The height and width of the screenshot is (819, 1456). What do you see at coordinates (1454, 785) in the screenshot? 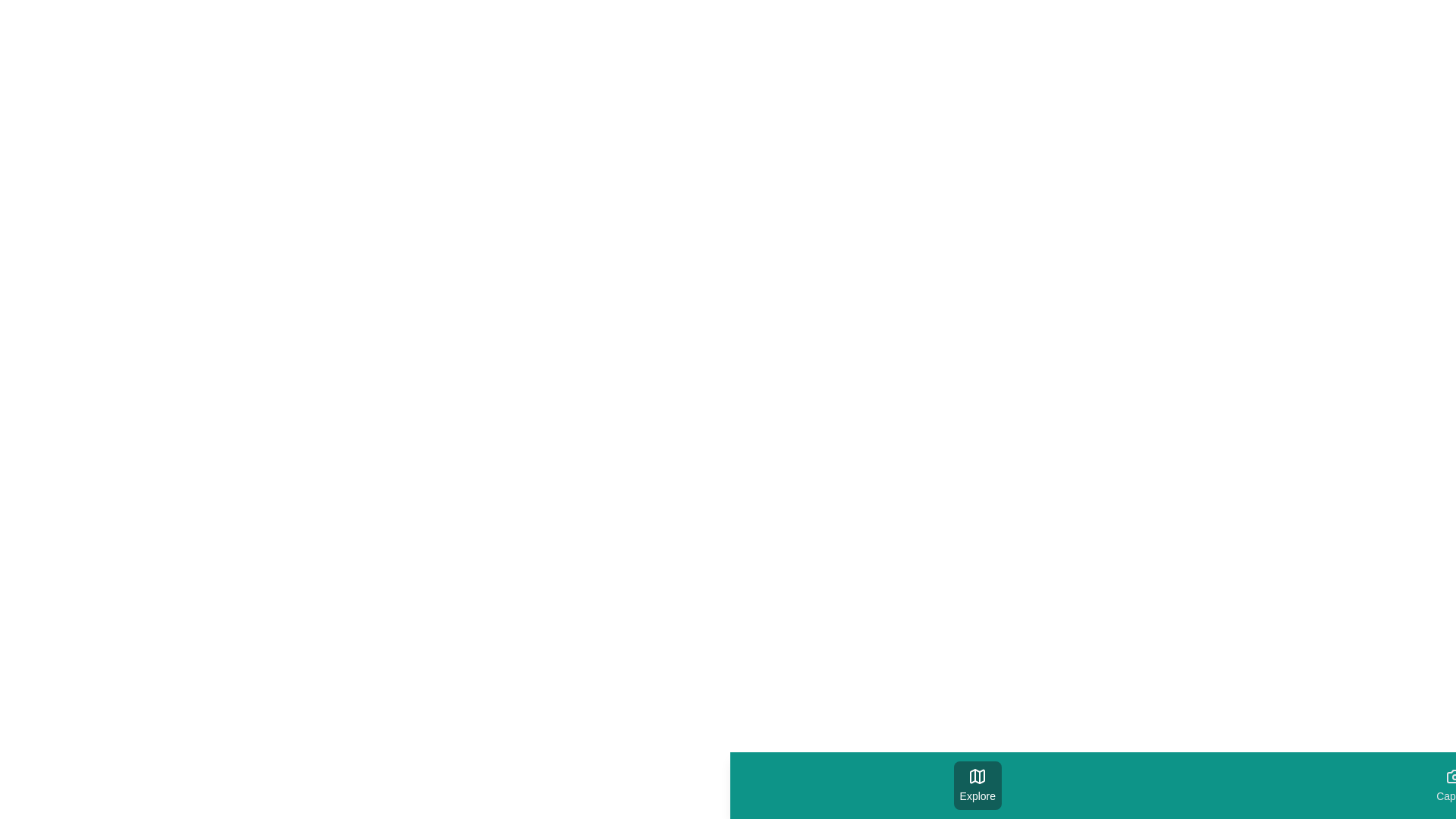
I see `the tab labeled Capture by clicking on its button` at bounding box center [1454, 785].